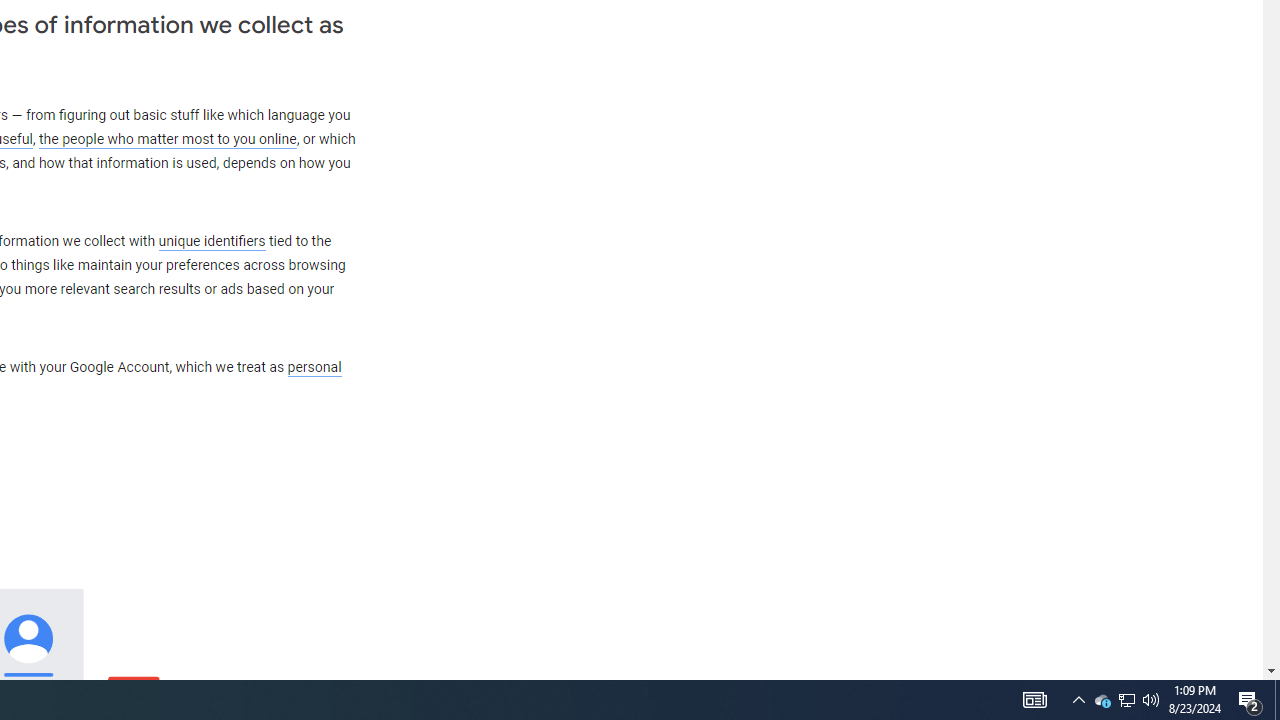  Describe the element at coordinates (167, 138) in the screenshot. I see `'the people who matter most to you online'` at that location.